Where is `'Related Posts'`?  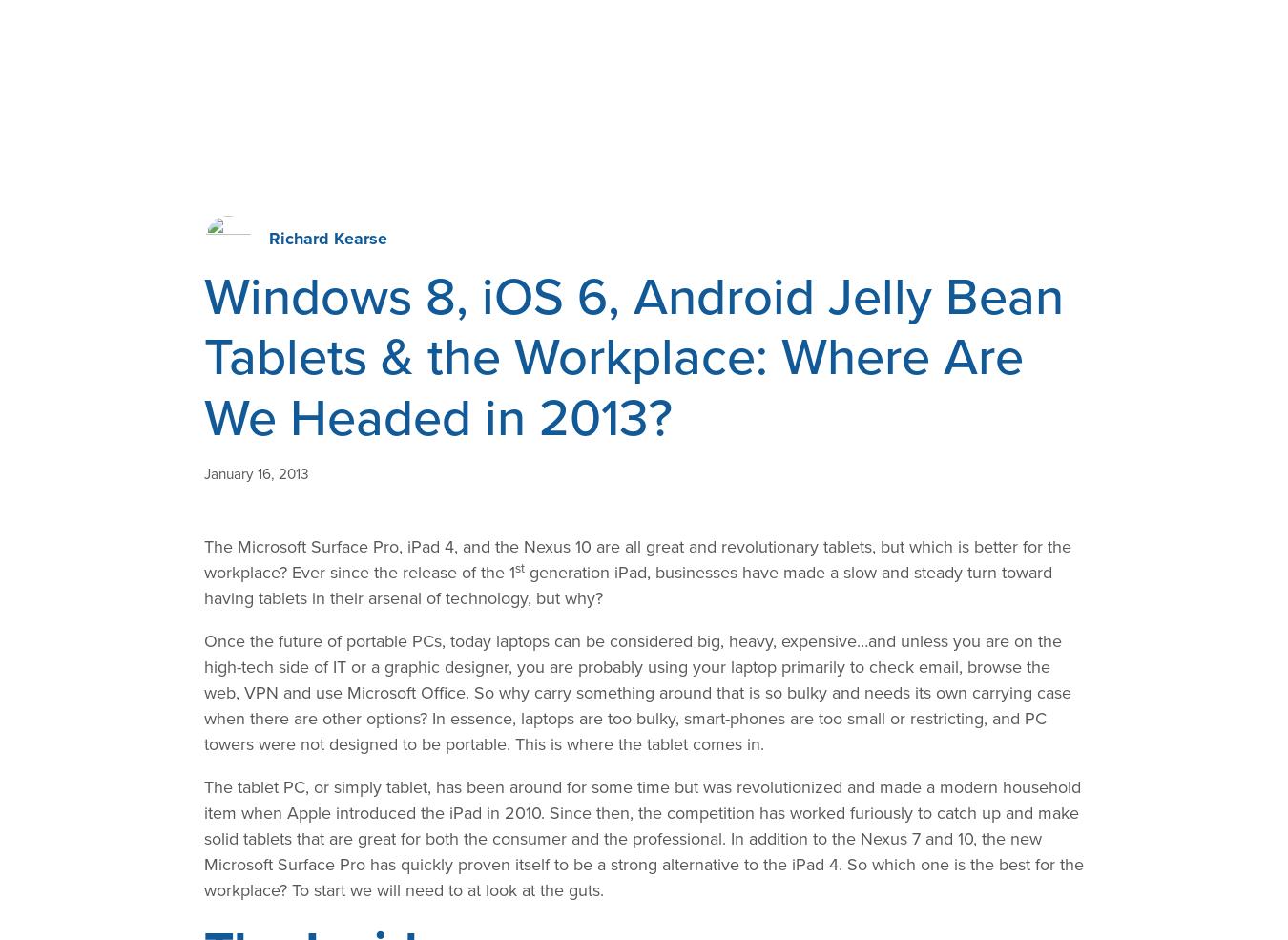
'Related Posts' is located at coordinates (643, 555).